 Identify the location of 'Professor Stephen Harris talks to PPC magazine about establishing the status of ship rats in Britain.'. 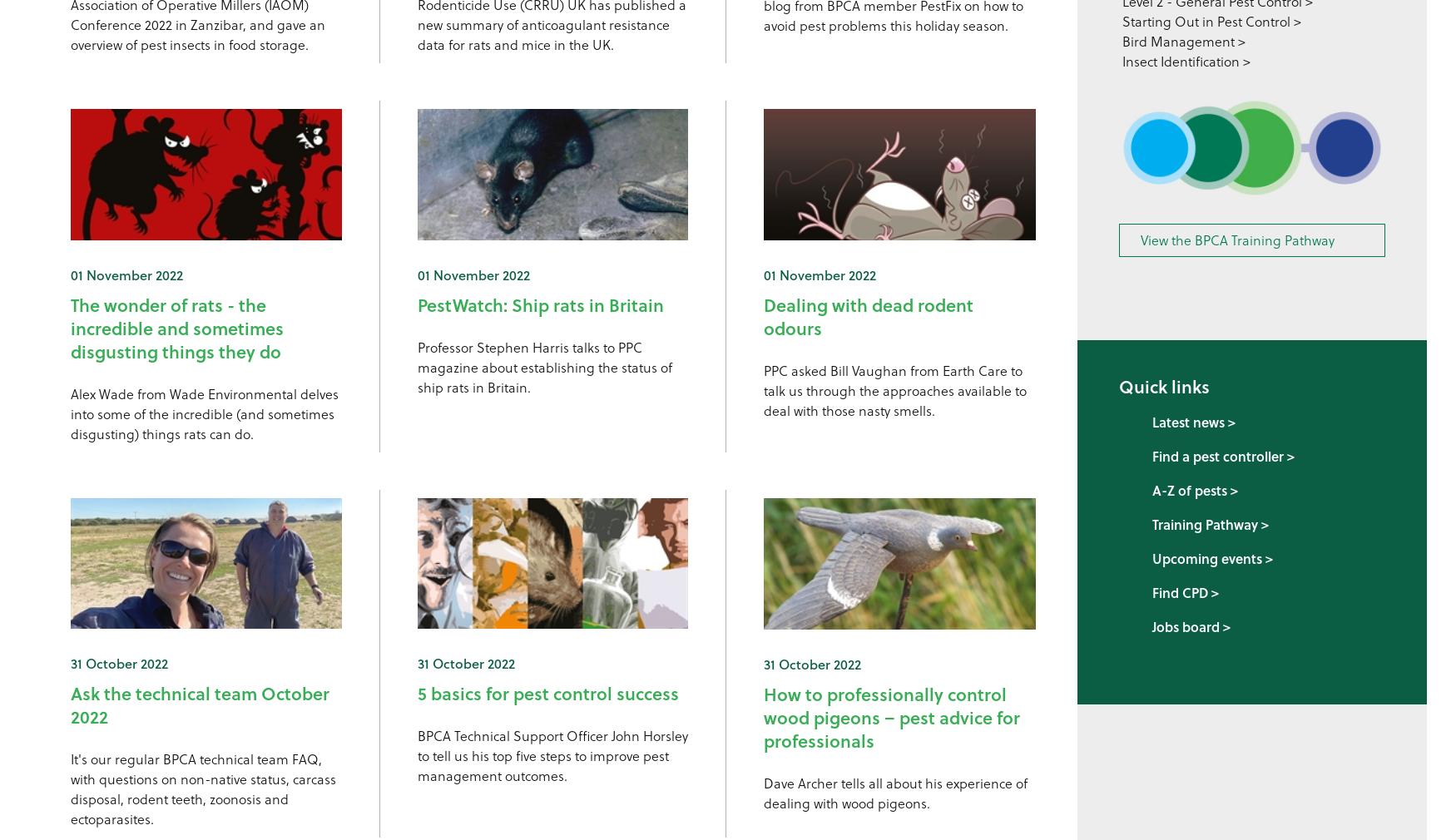
(542, 366).